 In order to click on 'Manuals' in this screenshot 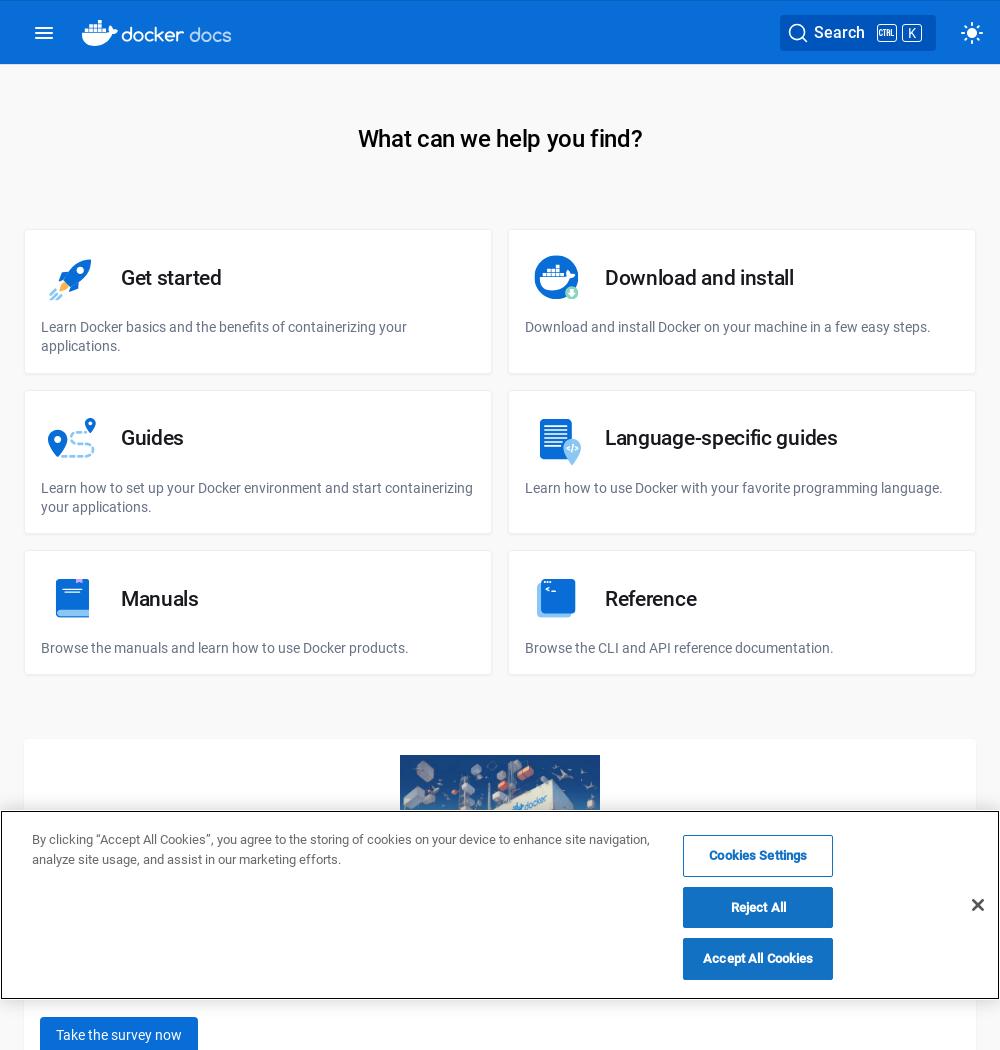, I will do `click(159, 596)`.